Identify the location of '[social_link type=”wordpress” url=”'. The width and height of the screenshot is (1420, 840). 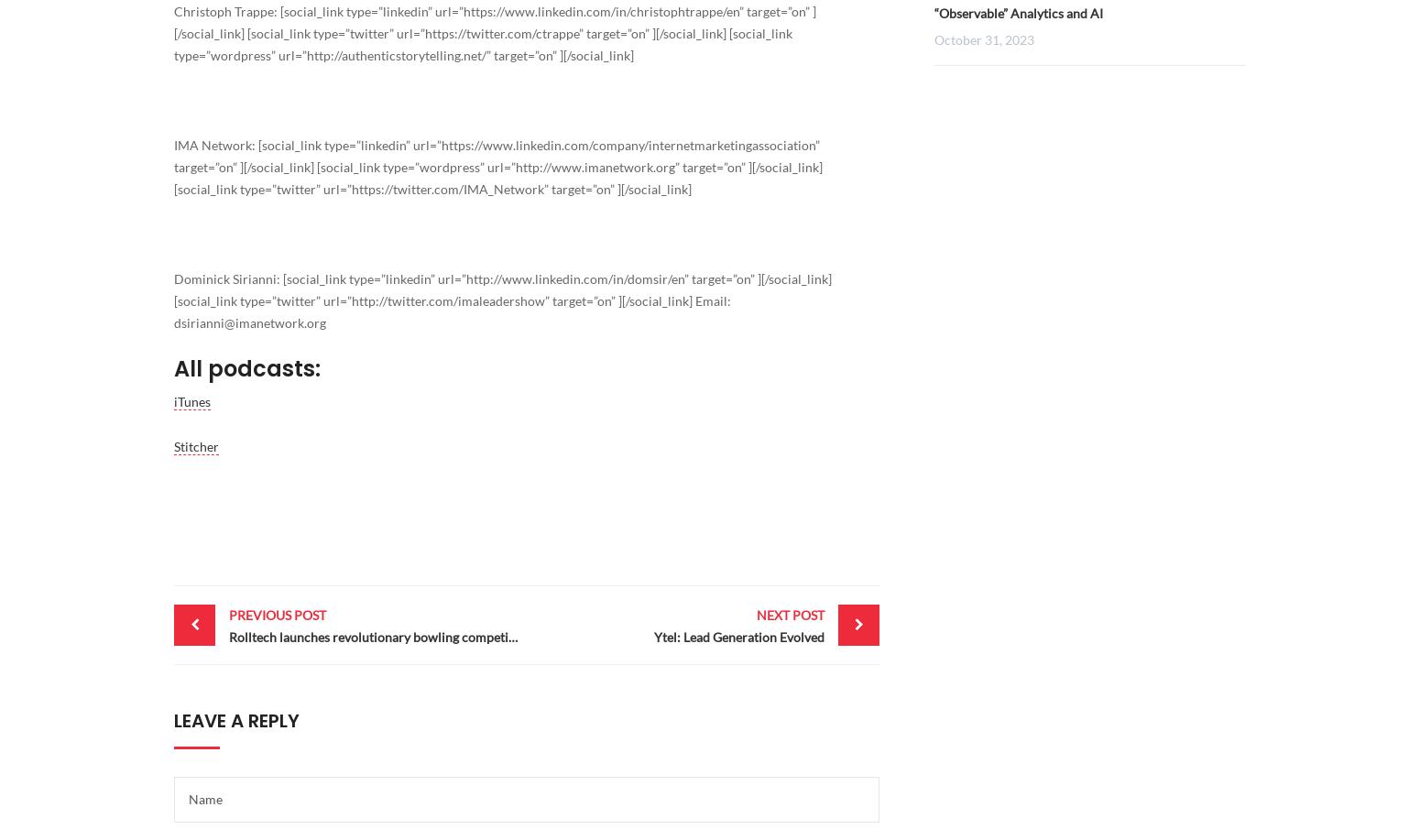
(482, 44).